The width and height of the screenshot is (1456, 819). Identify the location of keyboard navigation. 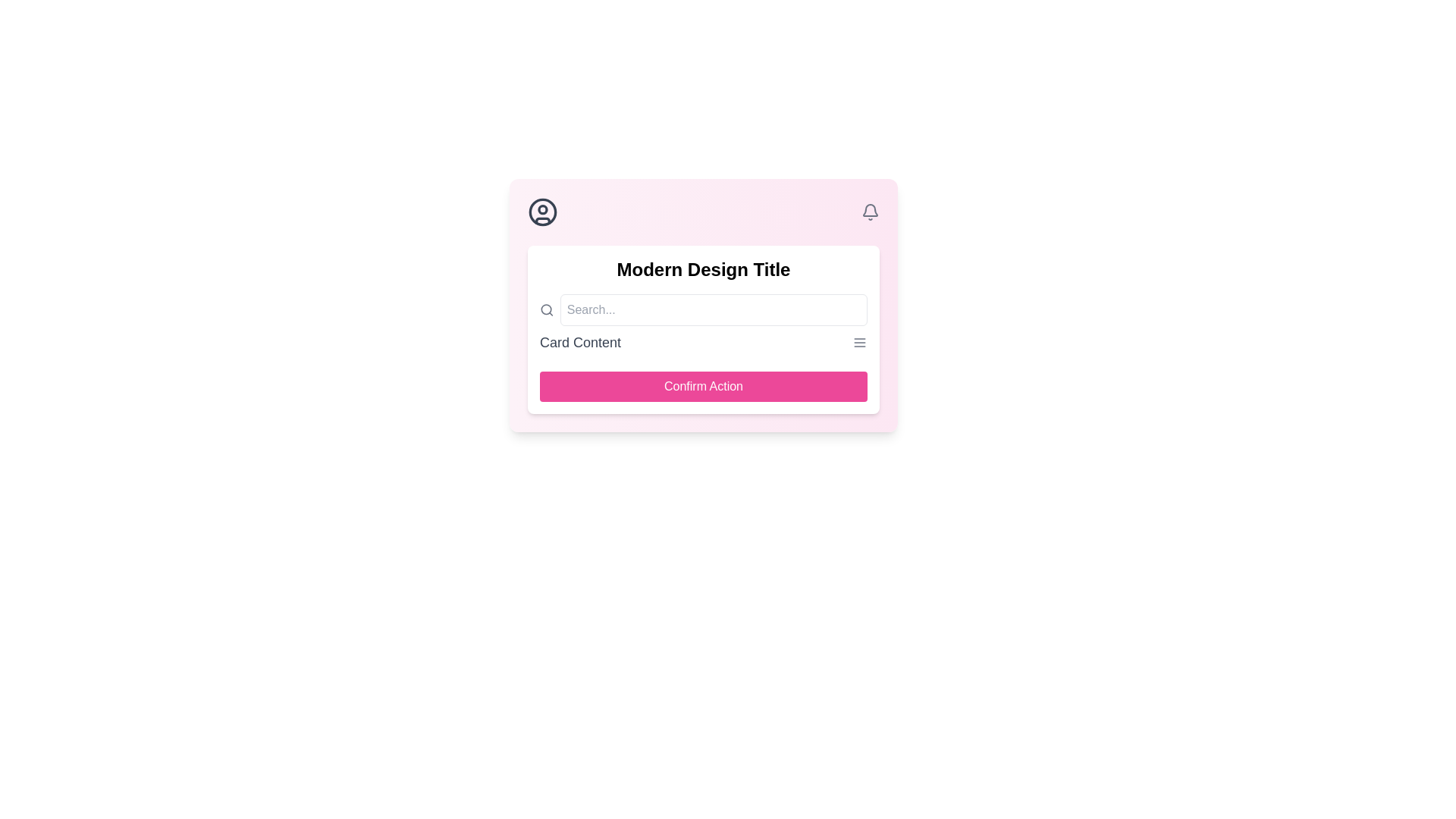
(702, 385).